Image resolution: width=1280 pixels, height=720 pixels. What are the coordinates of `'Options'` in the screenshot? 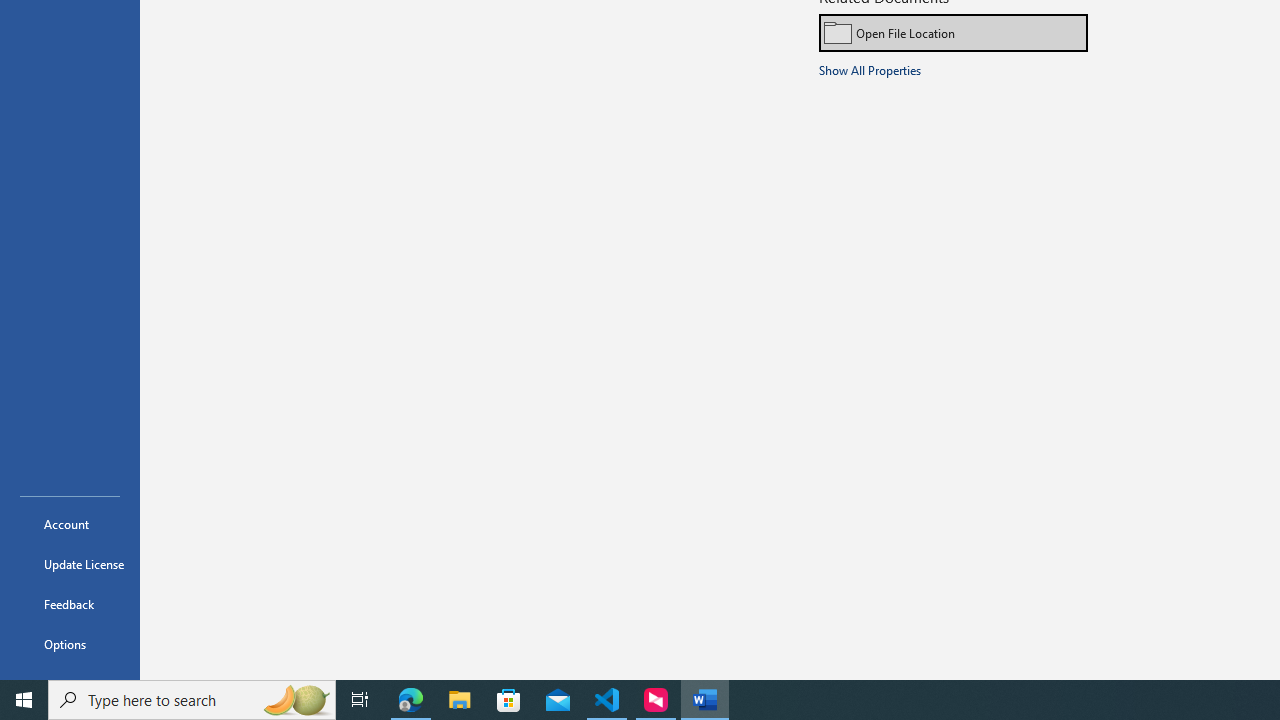 It's located at (69, 644).